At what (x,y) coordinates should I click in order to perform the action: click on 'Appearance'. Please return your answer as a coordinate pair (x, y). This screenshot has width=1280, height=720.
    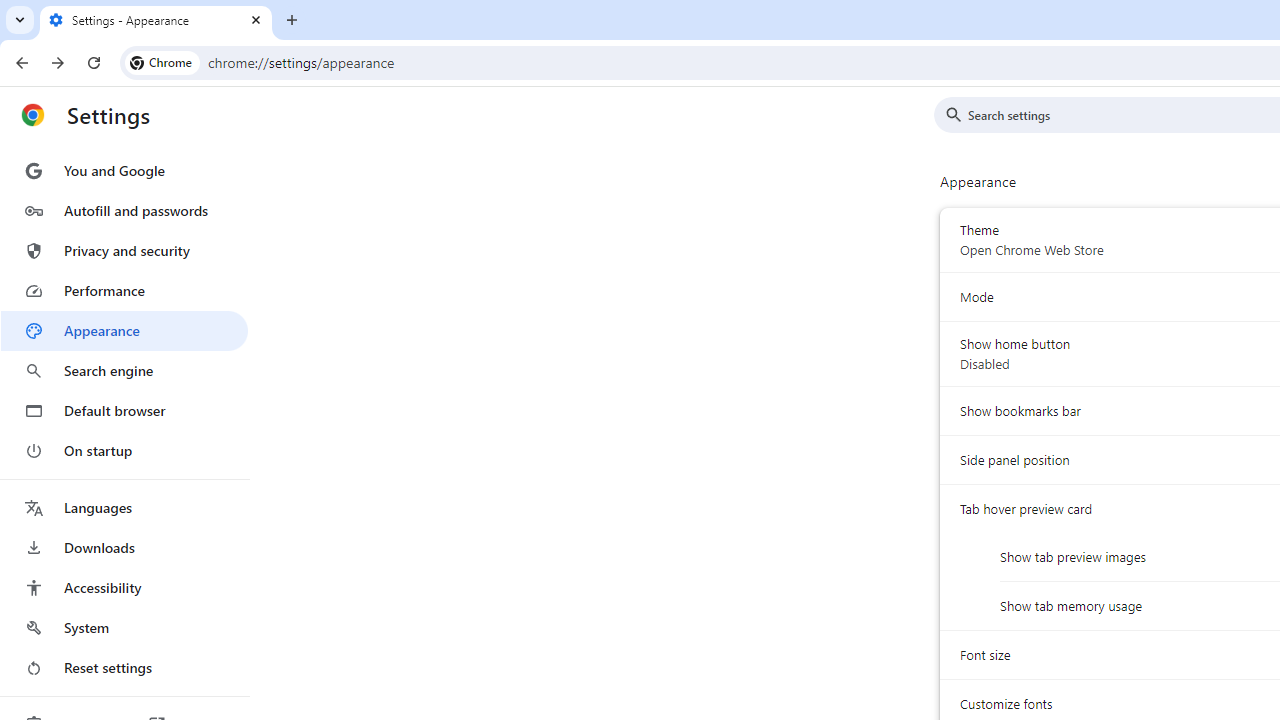
    Looking at the image, I should click on (123, 330).